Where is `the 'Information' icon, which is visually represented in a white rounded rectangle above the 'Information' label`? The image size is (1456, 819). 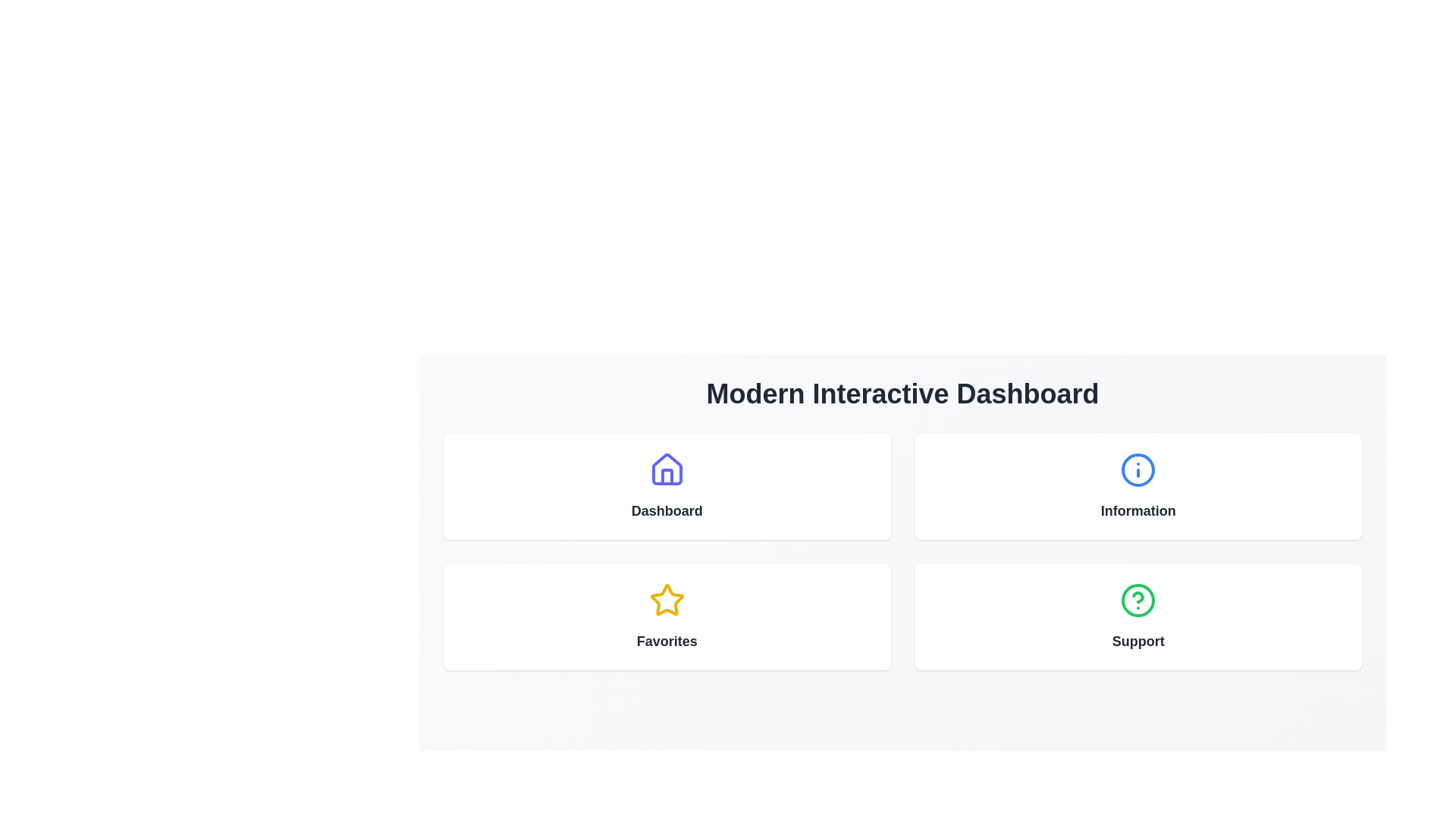
the 'Information' icon, which is visually represented in a white rounded rectangle above the 'Information' label is located at coordinates (1138, 469).